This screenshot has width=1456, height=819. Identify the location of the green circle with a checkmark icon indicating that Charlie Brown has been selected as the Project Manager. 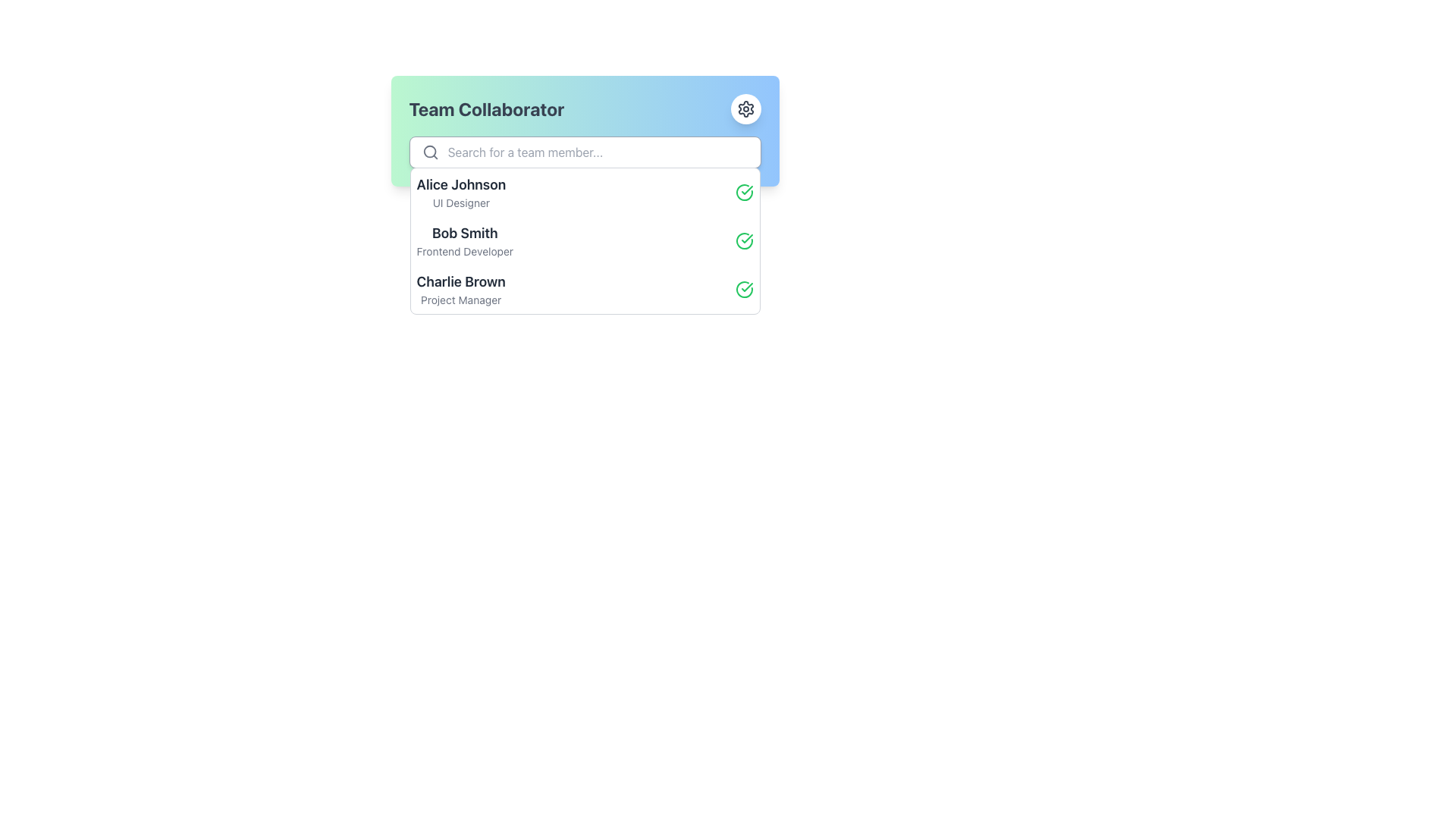
(744, 289).